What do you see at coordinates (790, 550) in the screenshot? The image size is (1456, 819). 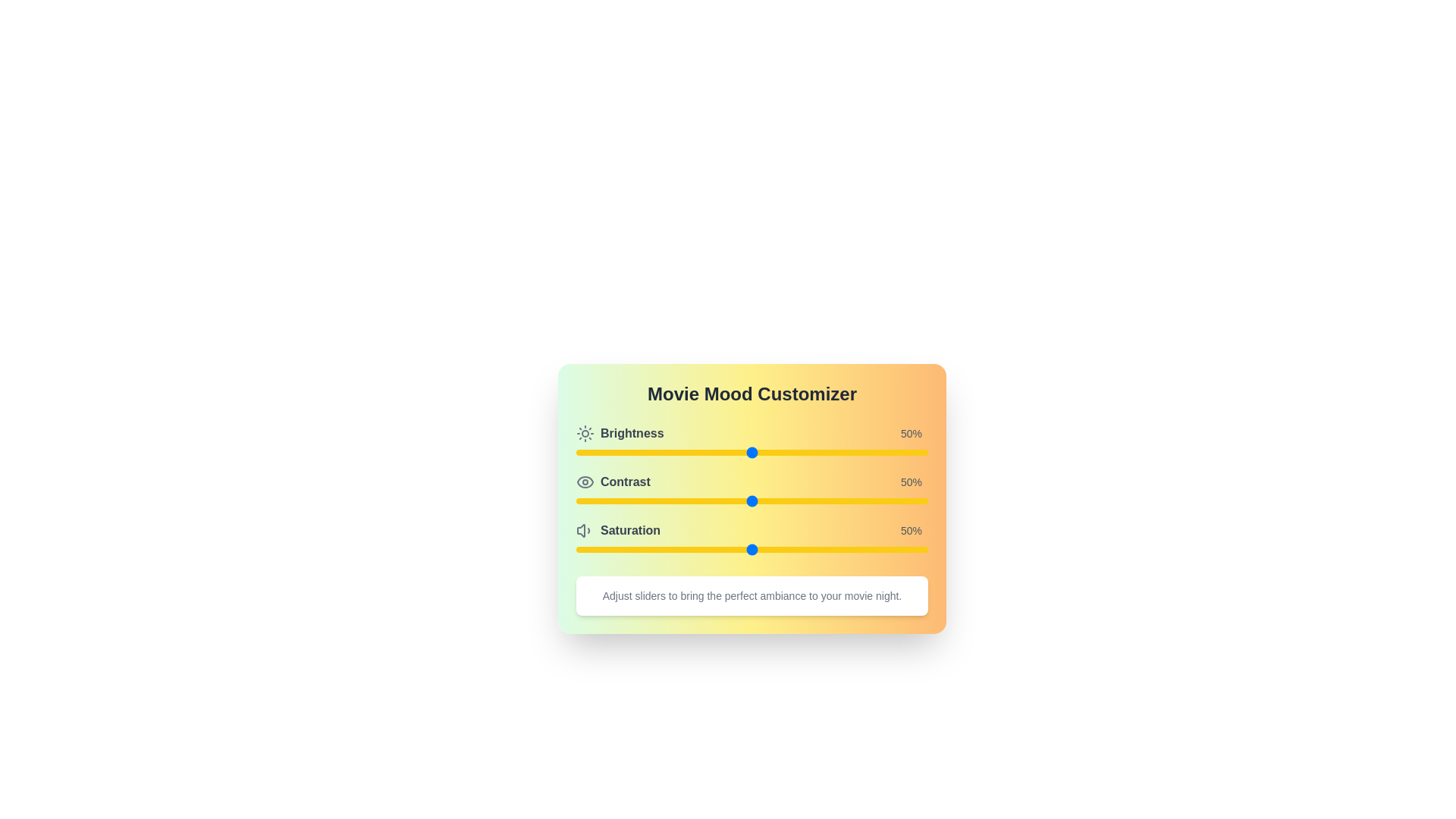 I see `the slider` at bounding box center [790, 550].